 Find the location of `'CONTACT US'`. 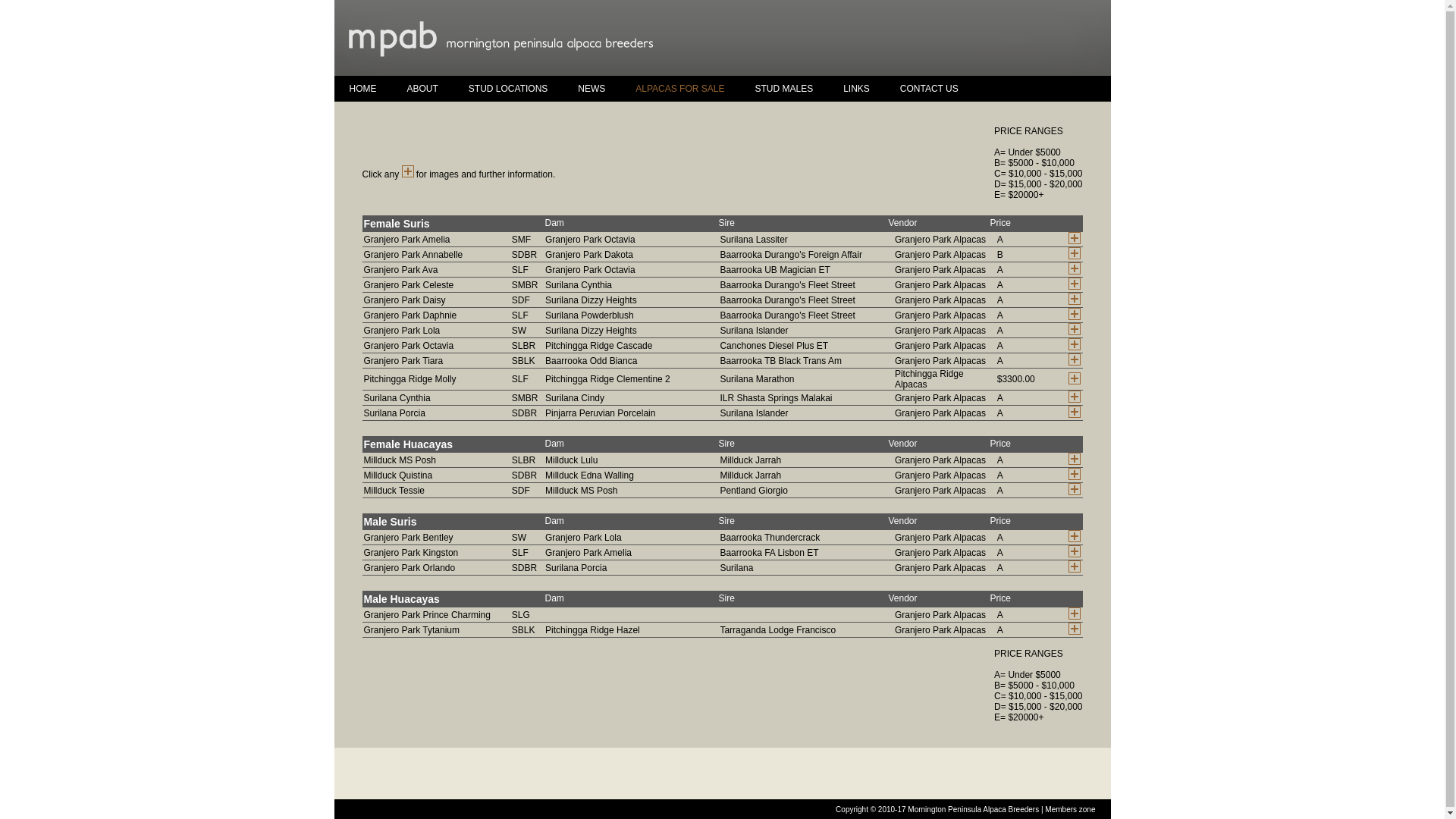

'CONTACT US' is located at coordinates (928, 88).